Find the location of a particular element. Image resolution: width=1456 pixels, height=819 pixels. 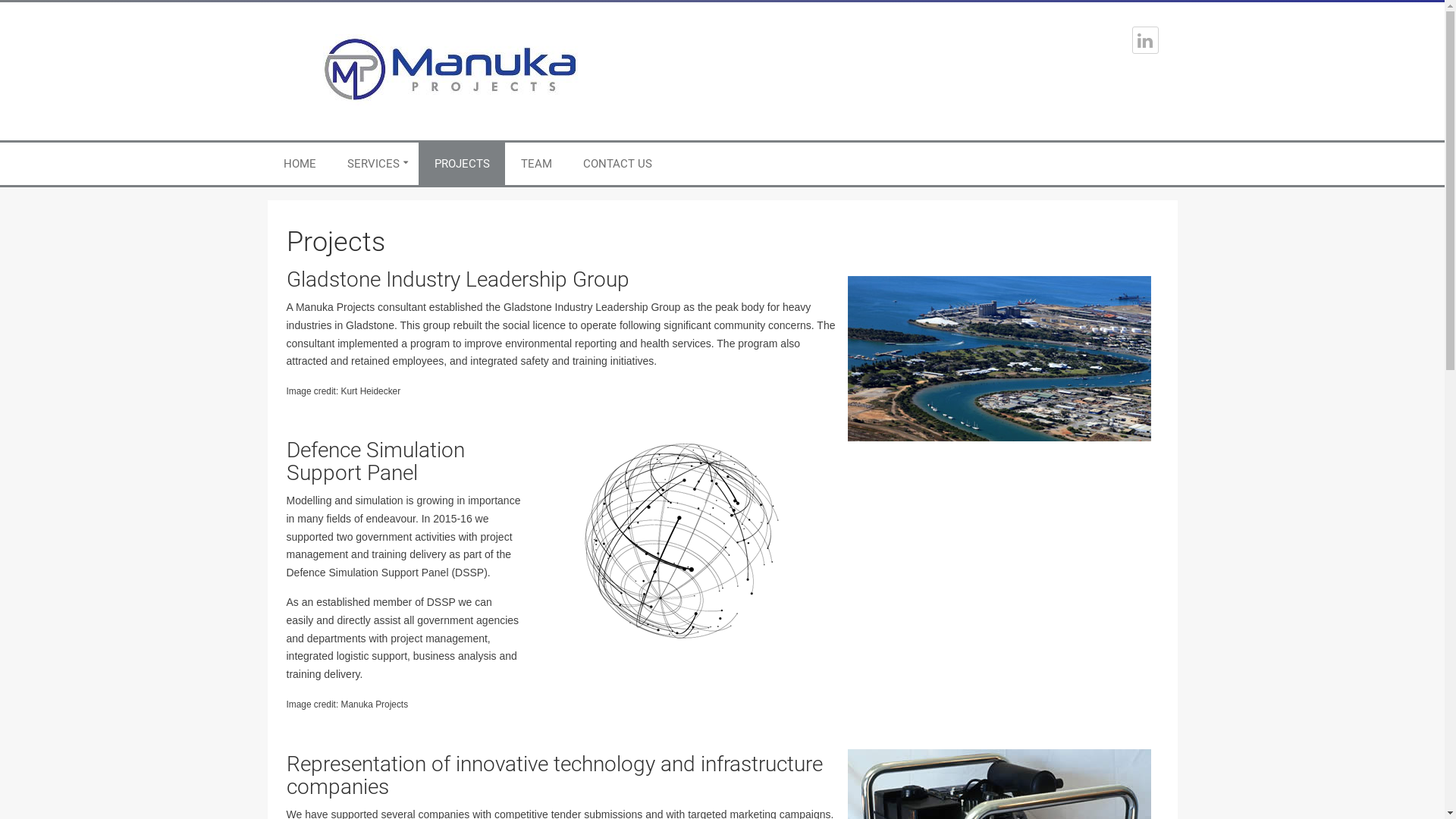

'SERVICES' is located at coordinates (375, 164).